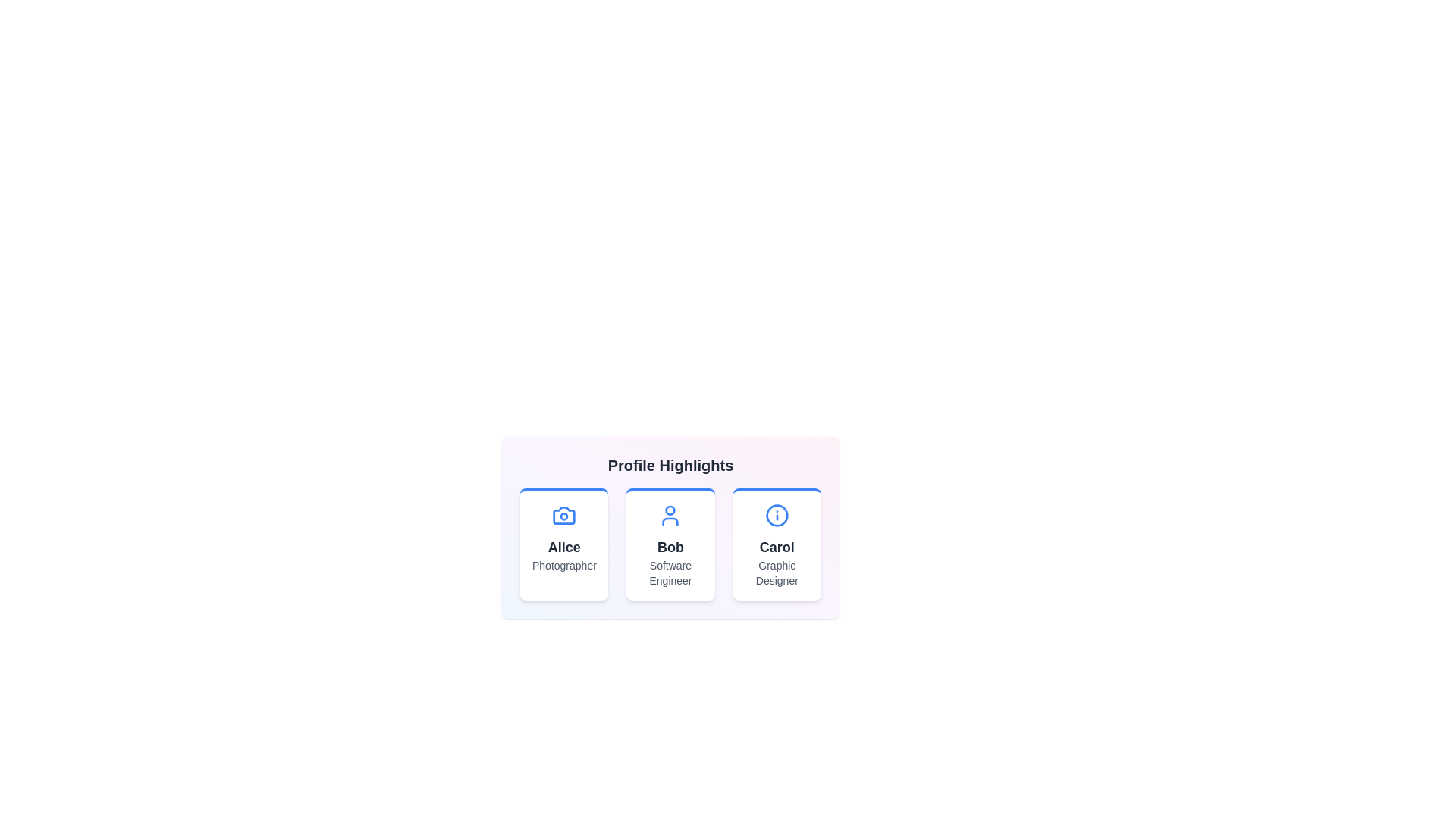 The width and height of the screenshot is (1456, 819). What do you see at coordinates (777, 543) in the screenshot?
I see `the profile card of Carol to preview additional information` at bounding box center [777, 543].